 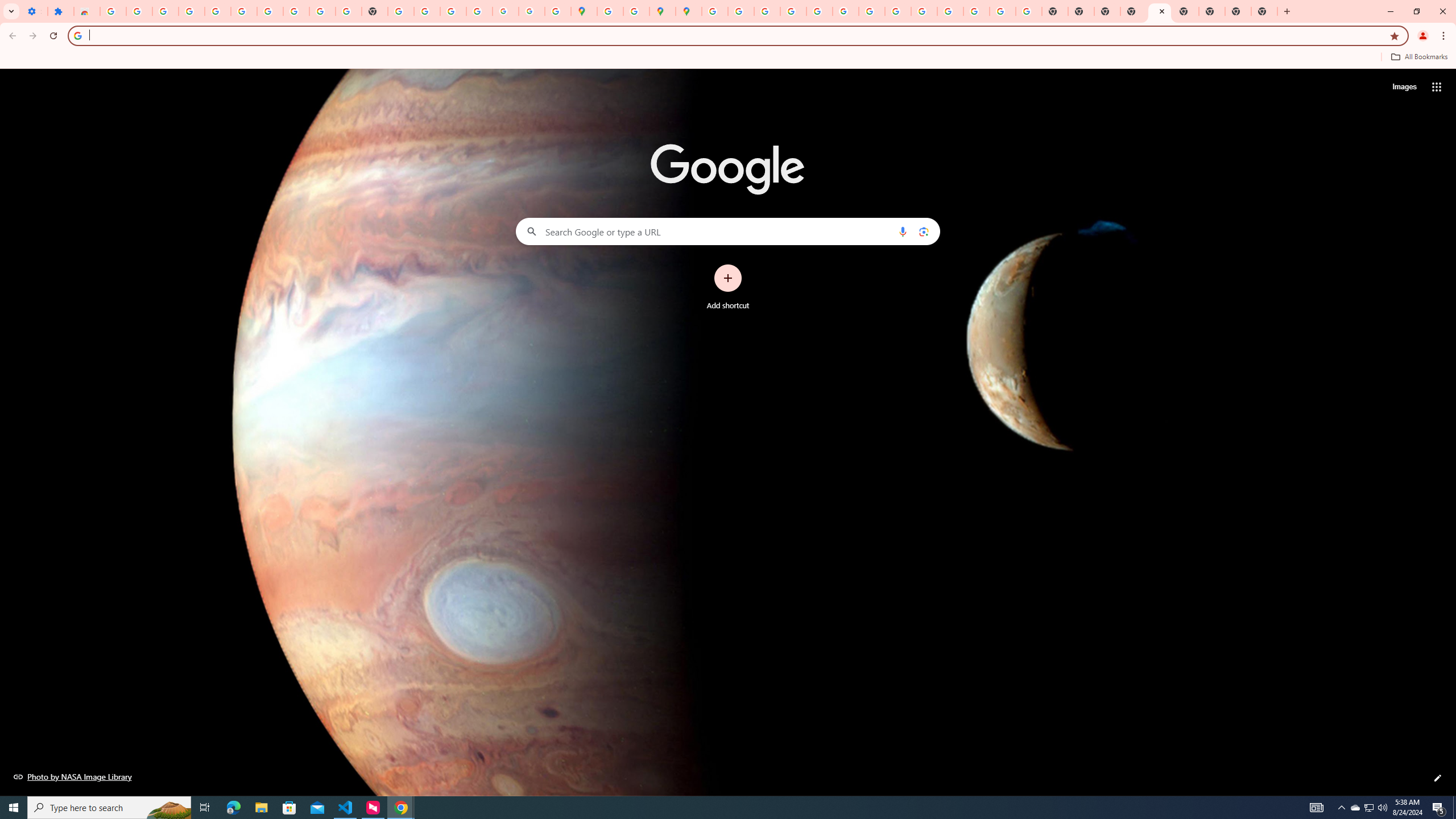 What do you see at coordinates (11, 35) in the screenshot?
I see `'Back'` at bounding box center [11, 35].